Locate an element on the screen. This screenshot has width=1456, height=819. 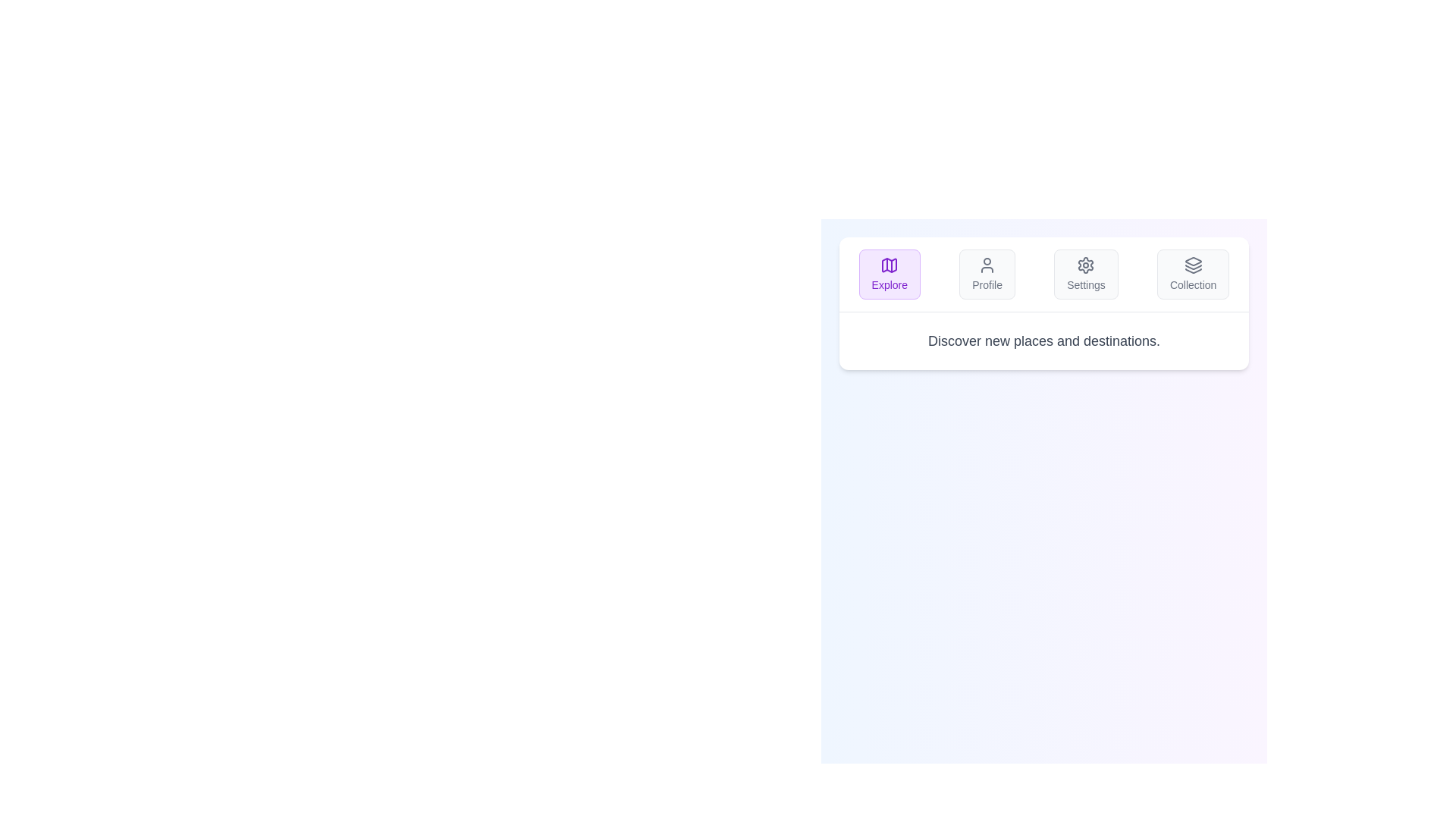
the 'Profile' button in the navigation bar is located at coordinates (987, 275).